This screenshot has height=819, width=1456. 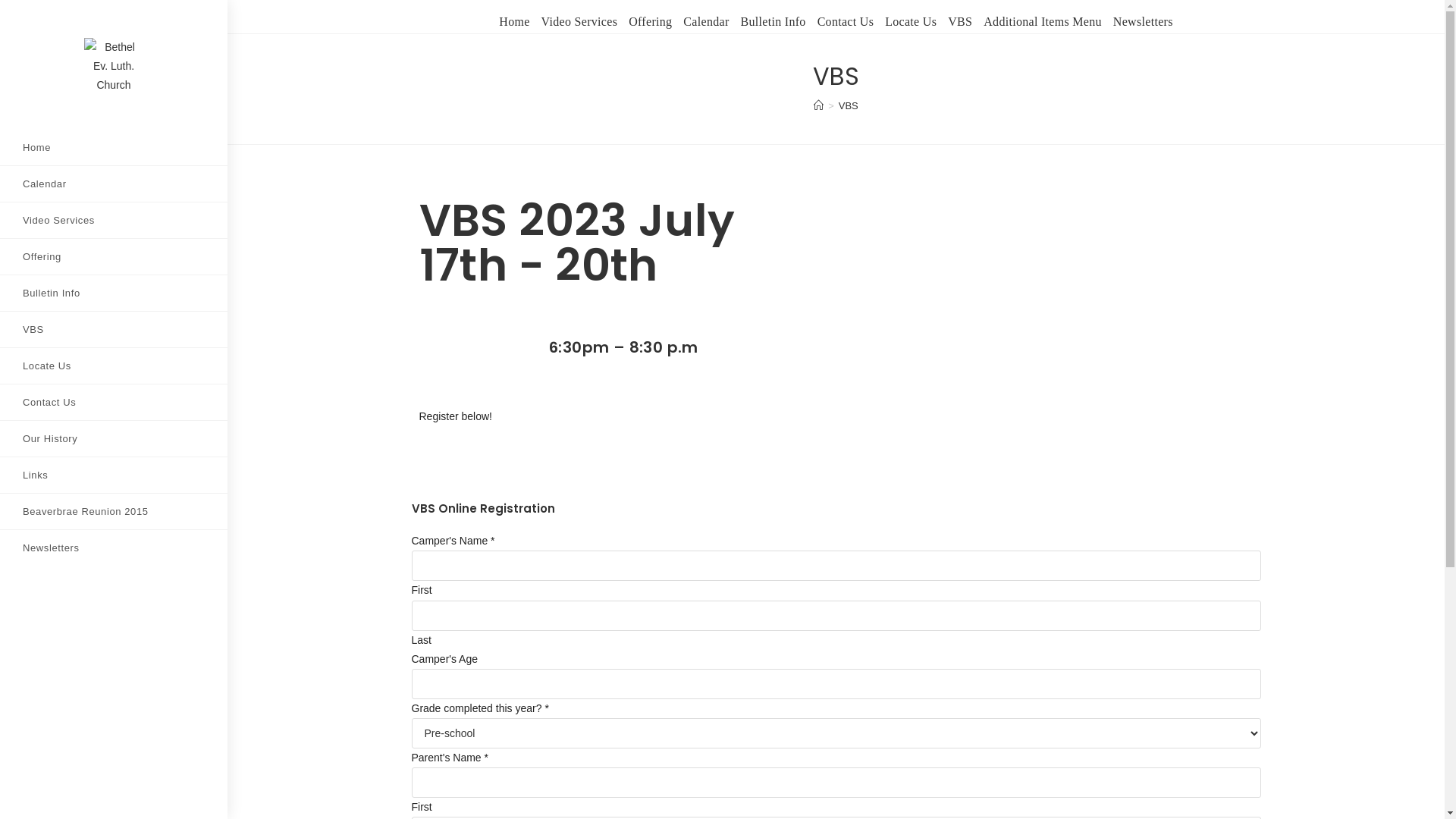 What do you see at coordinates (112, 511) in the screenshot?
I see `'Beaverbrae Reunion 2015'` at bounding box center [112, 511].